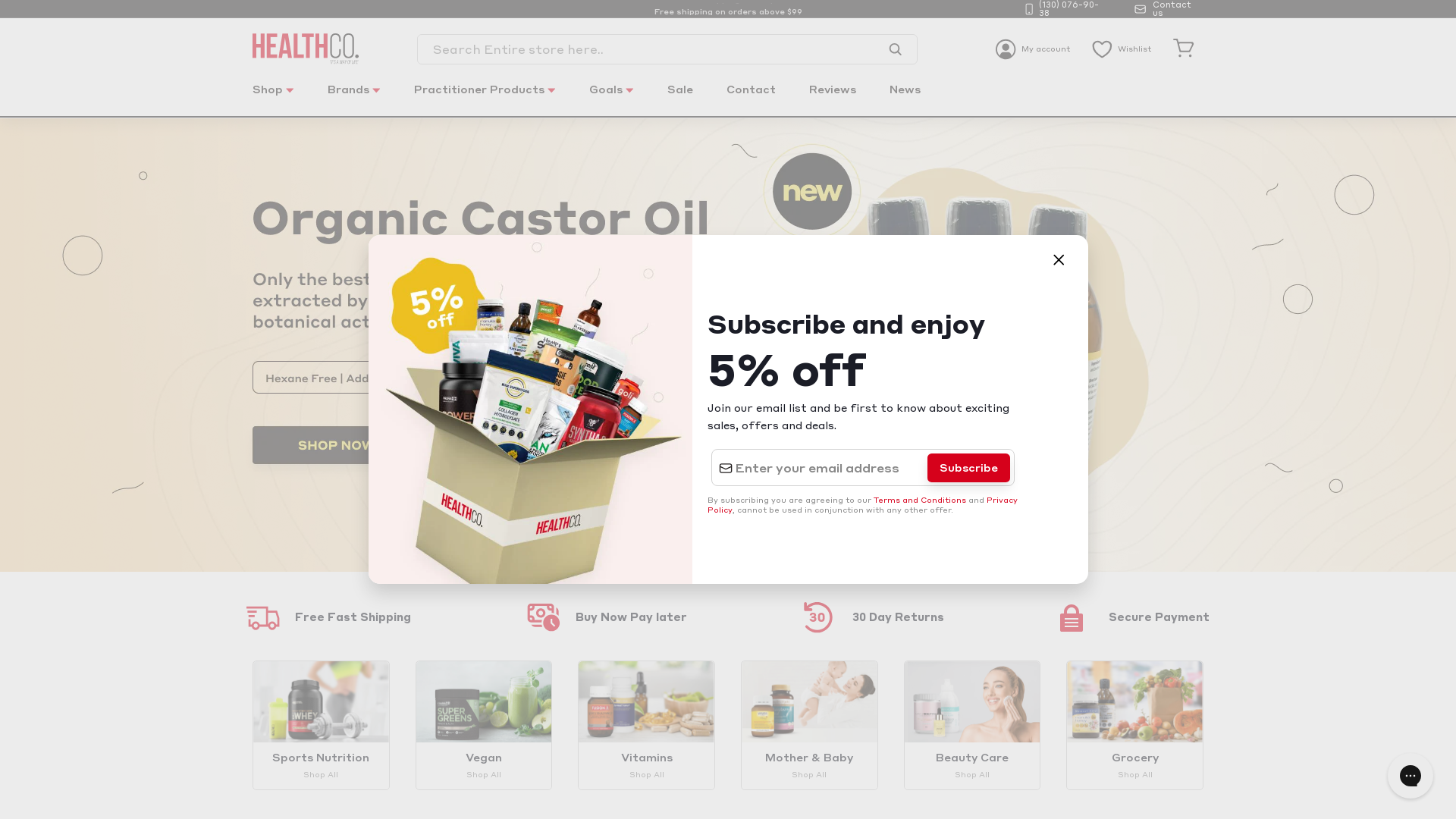  What do you see at coordinates (679, 98) in the screenshot?
I see `'Sale'` at bounding box center [679, 98].